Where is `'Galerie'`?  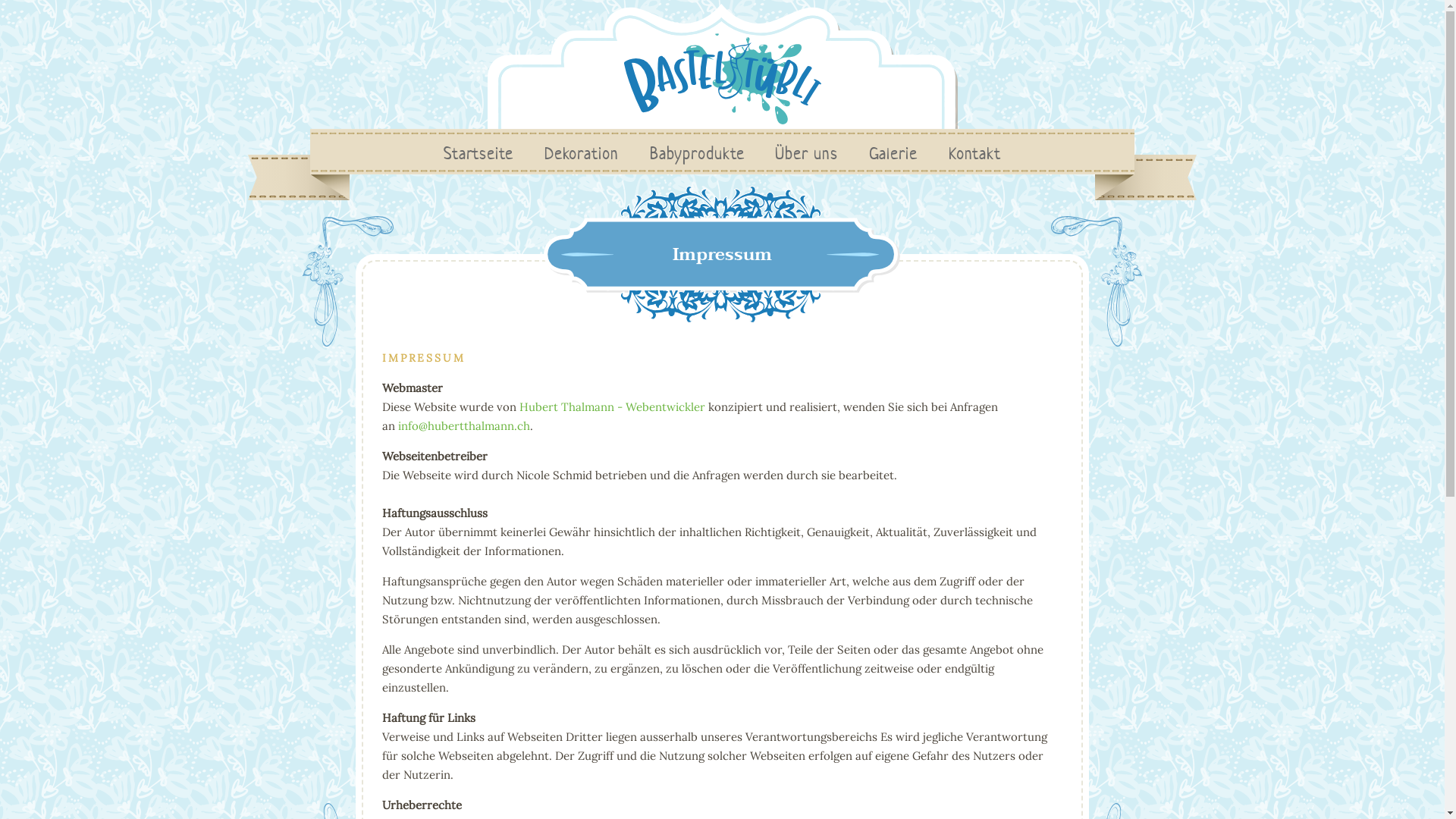 'Galerie' is located at coordinates (893, 153).